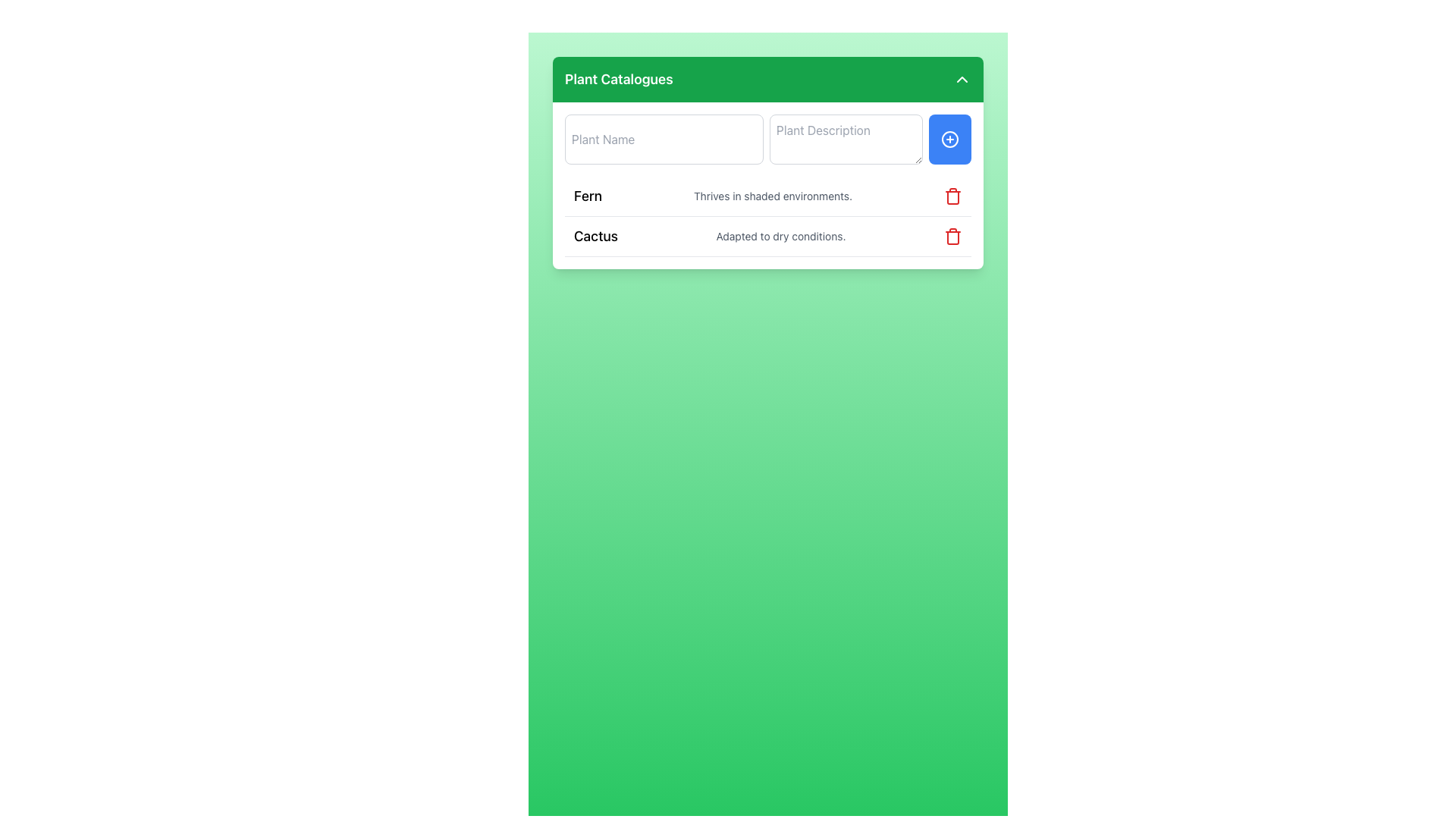 The width and height of the screenshot is (1456, 819). Describe the element at coordinates (952, 237) in the screenshot. I see `the delete button located in the bottom-right corner of the plant entry for 'Cactus'` at that location.